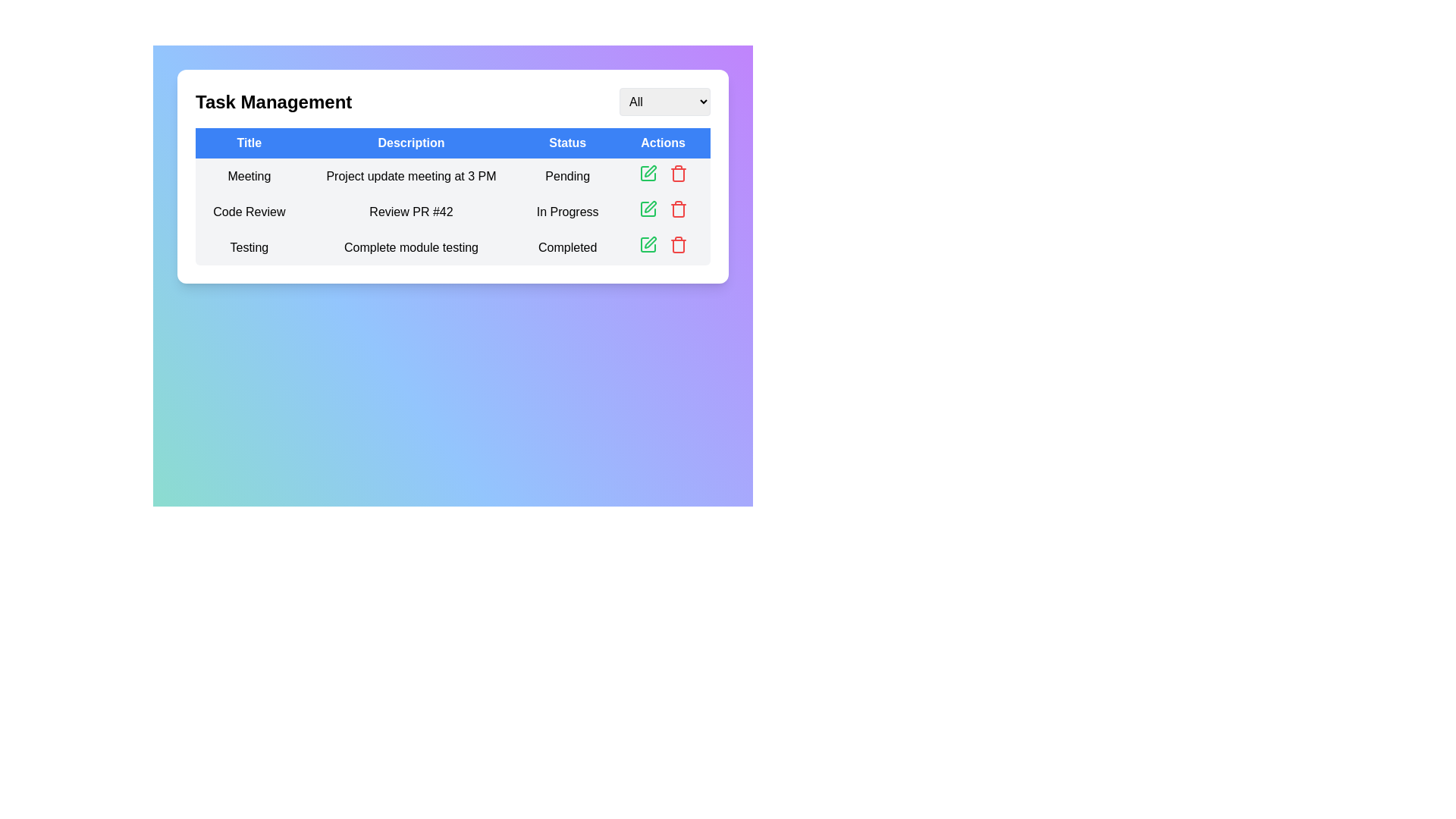 This screenshot has width=1456, height=819. I want to click on the Static Text Label indicating the current workflow stage, which displays 'In Progress', located in the third column of the second row under the 'Status' header, so click(566, 212).